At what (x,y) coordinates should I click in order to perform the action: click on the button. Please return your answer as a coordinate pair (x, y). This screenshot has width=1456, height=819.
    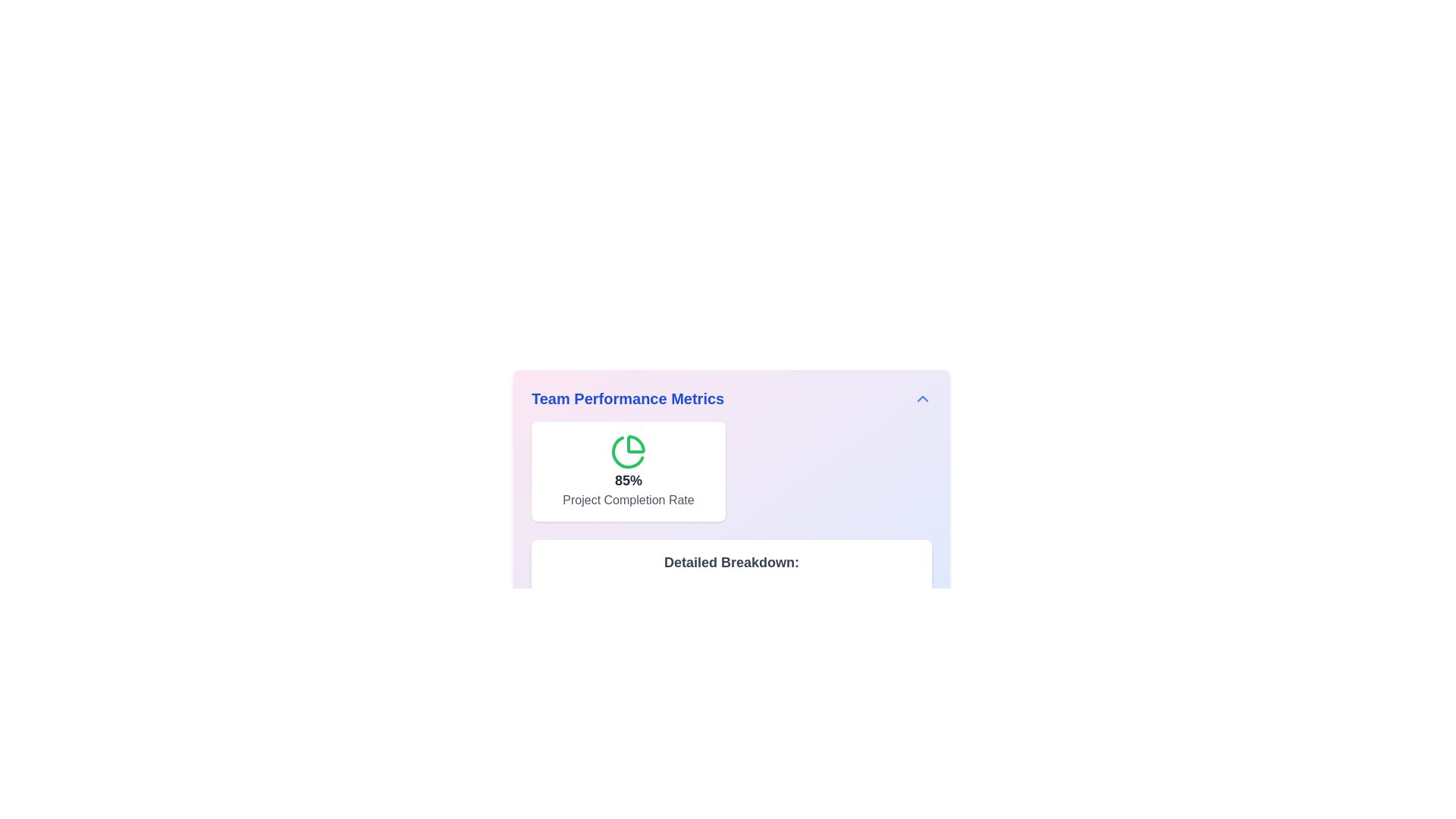
    Looking at the image, I should click on (922, 397).